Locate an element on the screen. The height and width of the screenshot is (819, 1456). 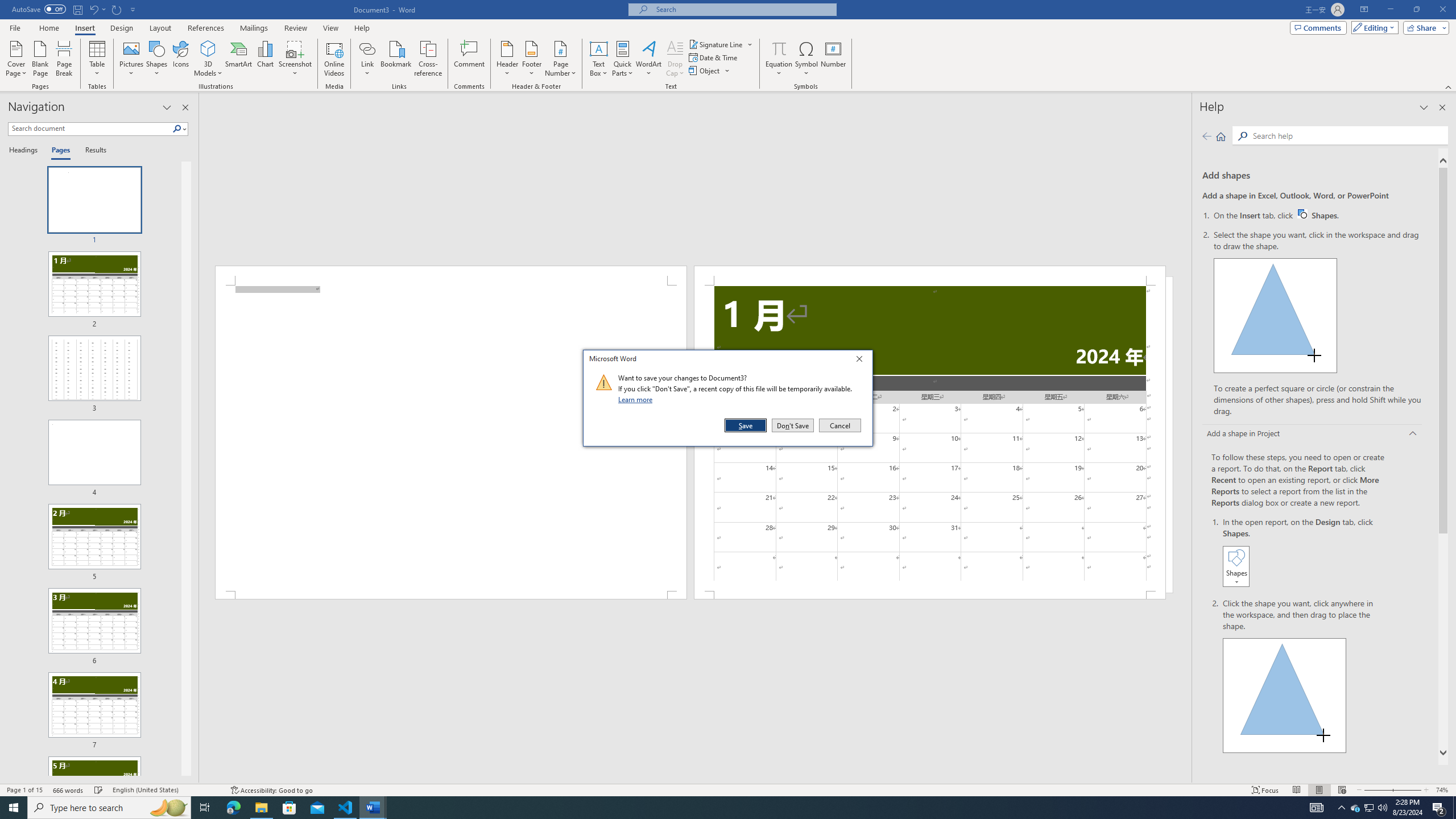
'File Explorer - 1 running window' is located at coordinates (260, 806).